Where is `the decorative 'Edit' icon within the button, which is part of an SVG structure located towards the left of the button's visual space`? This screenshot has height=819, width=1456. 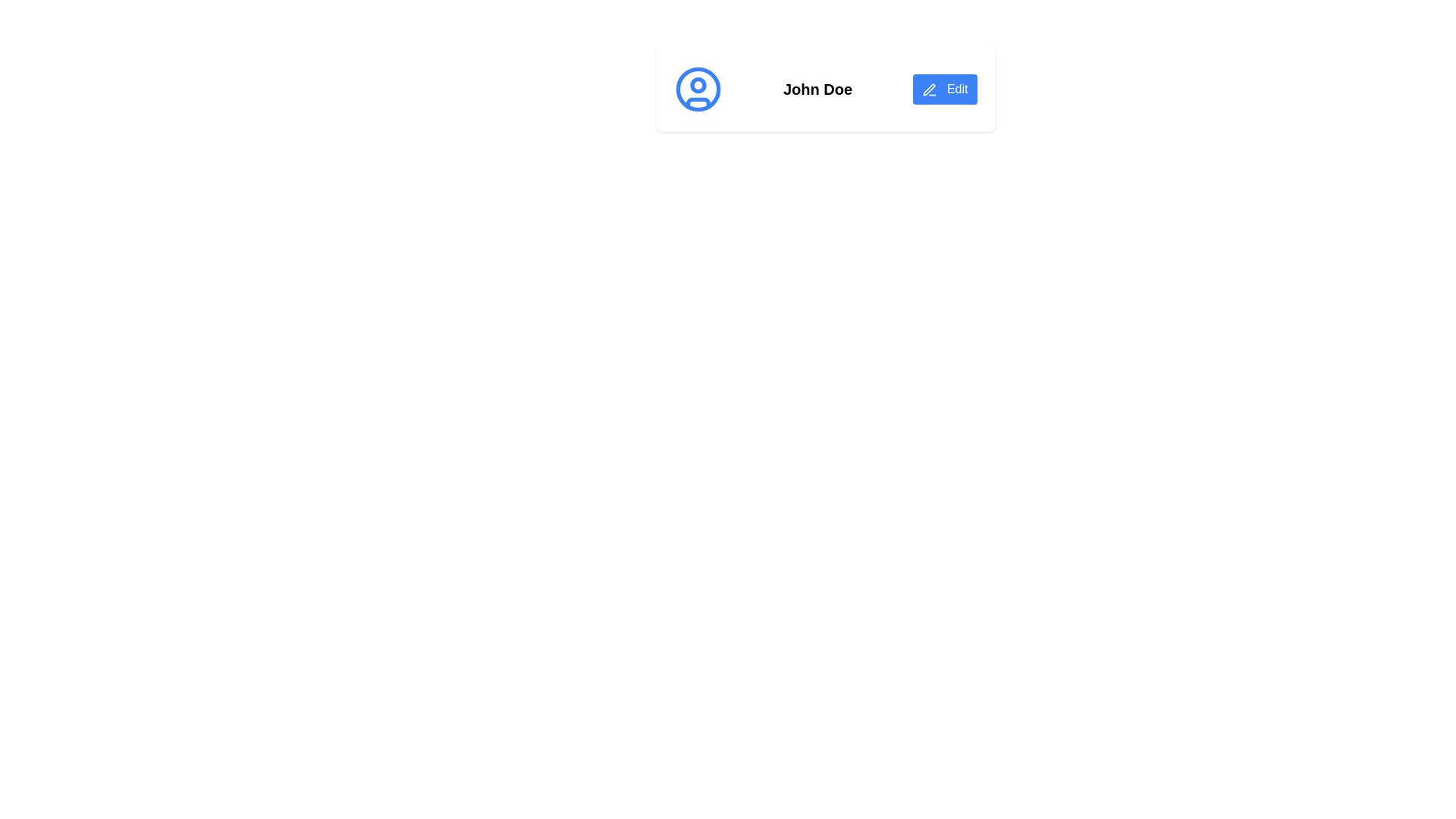
the decorative 'Edit' icon within the button, which is part of an SVG structure located towards the left of the button's visual space is located at coordinates (929, 89).